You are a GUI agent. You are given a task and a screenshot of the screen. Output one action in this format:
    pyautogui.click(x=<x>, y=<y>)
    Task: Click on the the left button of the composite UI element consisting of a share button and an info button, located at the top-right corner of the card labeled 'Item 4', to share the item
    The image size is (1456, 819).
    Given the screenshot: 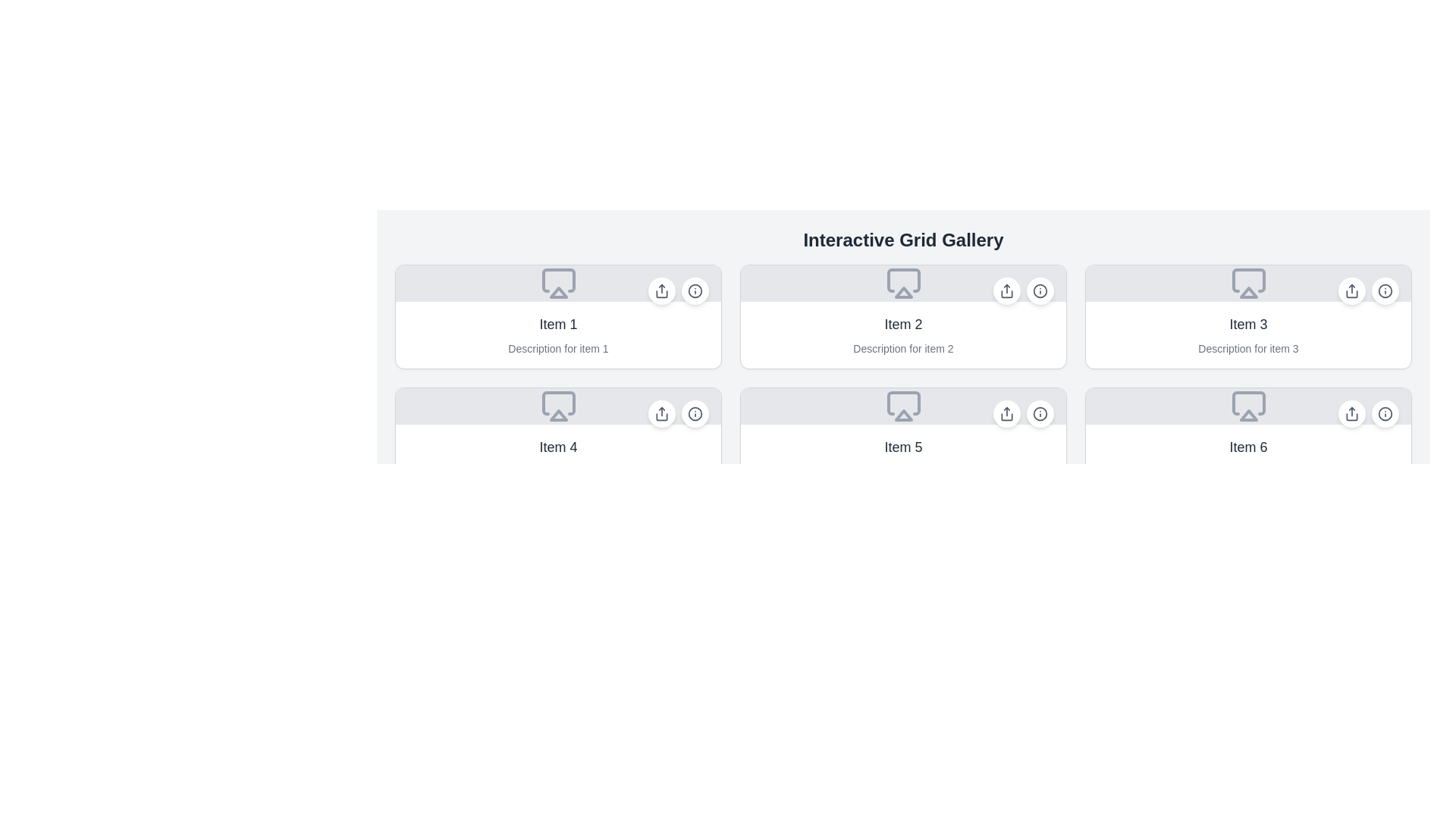 What is the action you would take?
    pyautogui.click(x=677, y=414)
    